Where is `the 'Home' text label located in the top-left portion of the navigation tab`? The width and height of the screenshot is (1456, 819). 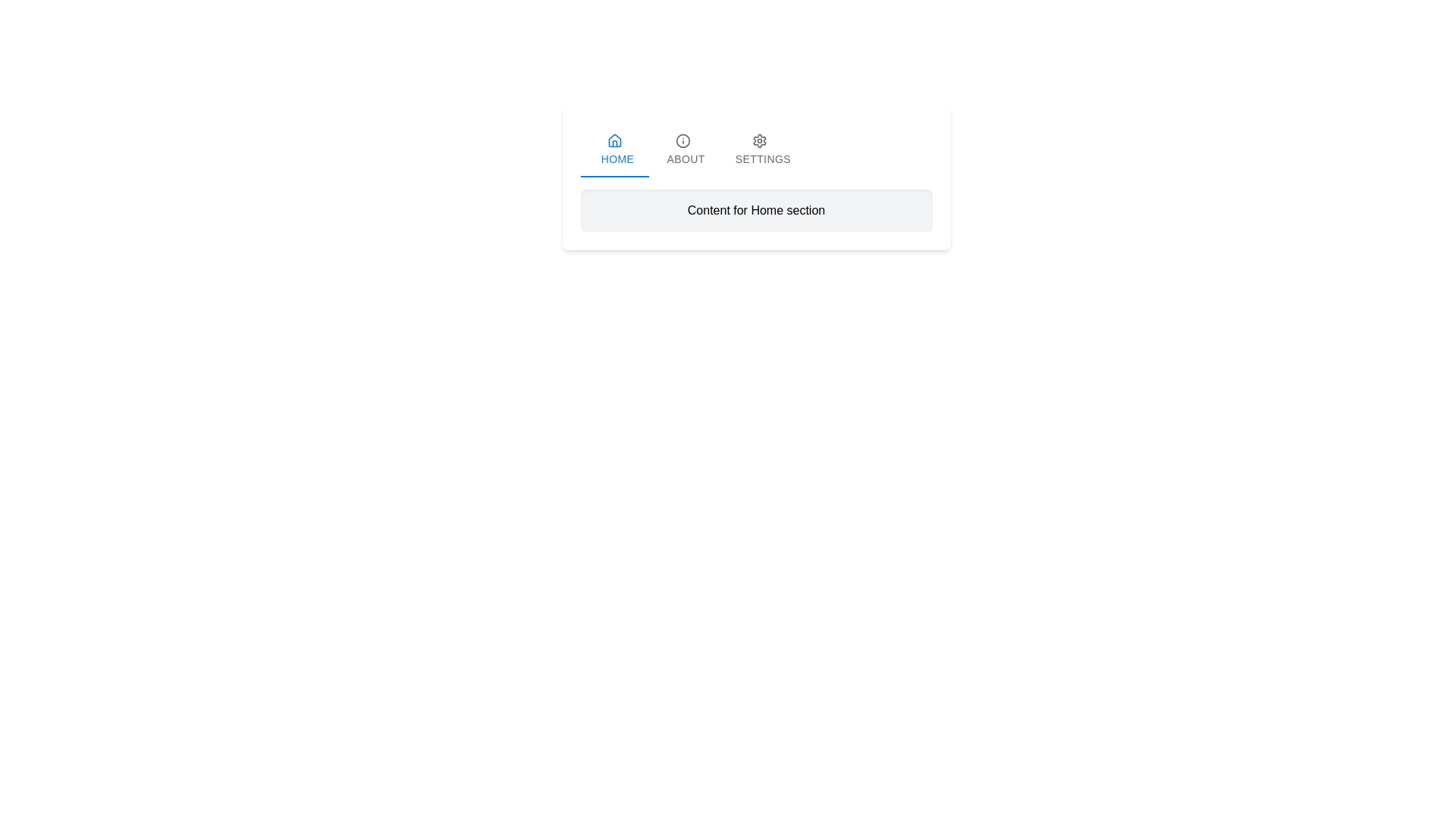 the 'Home' text label located in the top-left portion of the navigation tab is located at coordinates (617, 160).